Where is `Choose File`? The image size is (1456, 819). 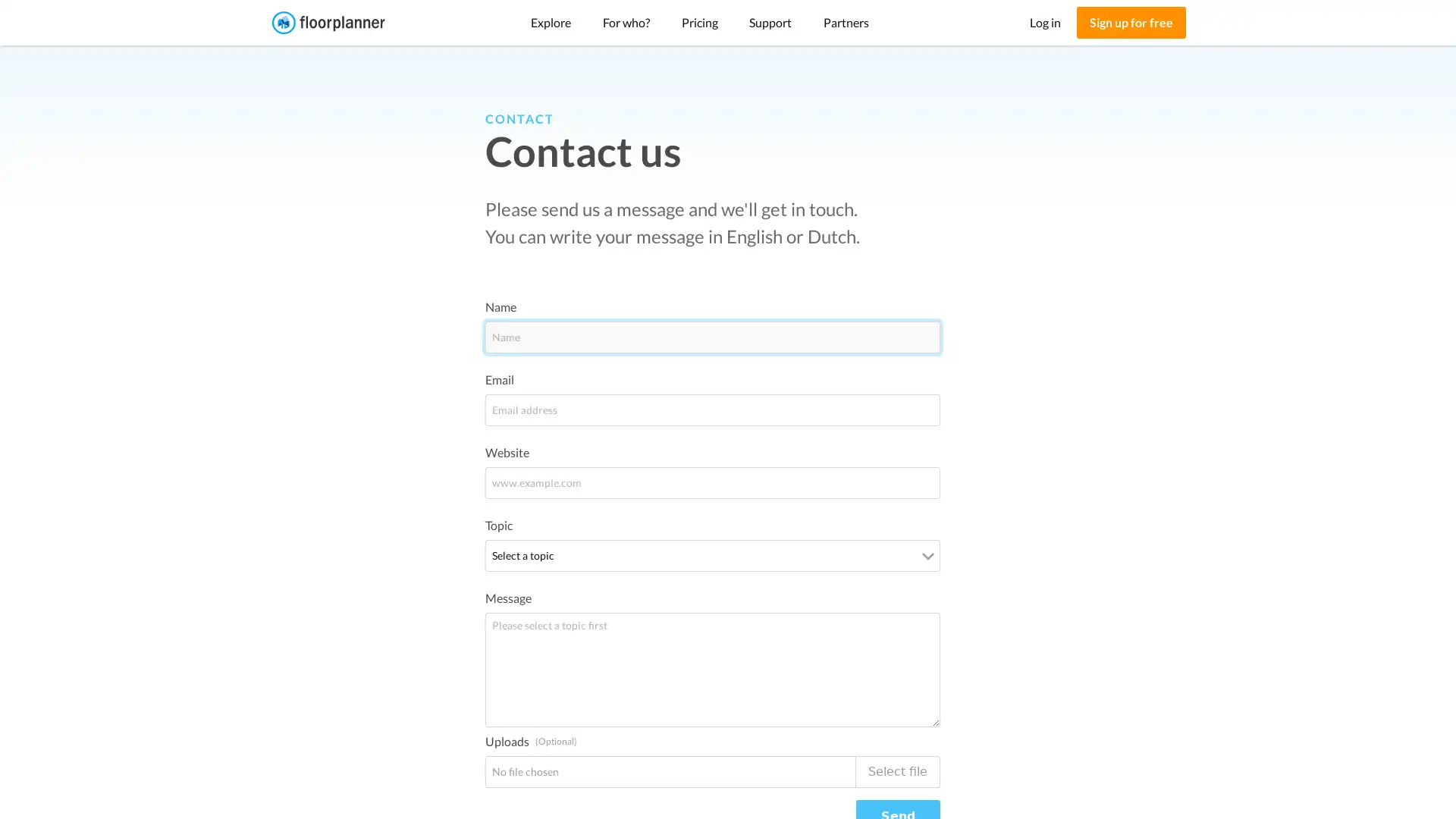 Choose File is located at coordinates (529, 770).